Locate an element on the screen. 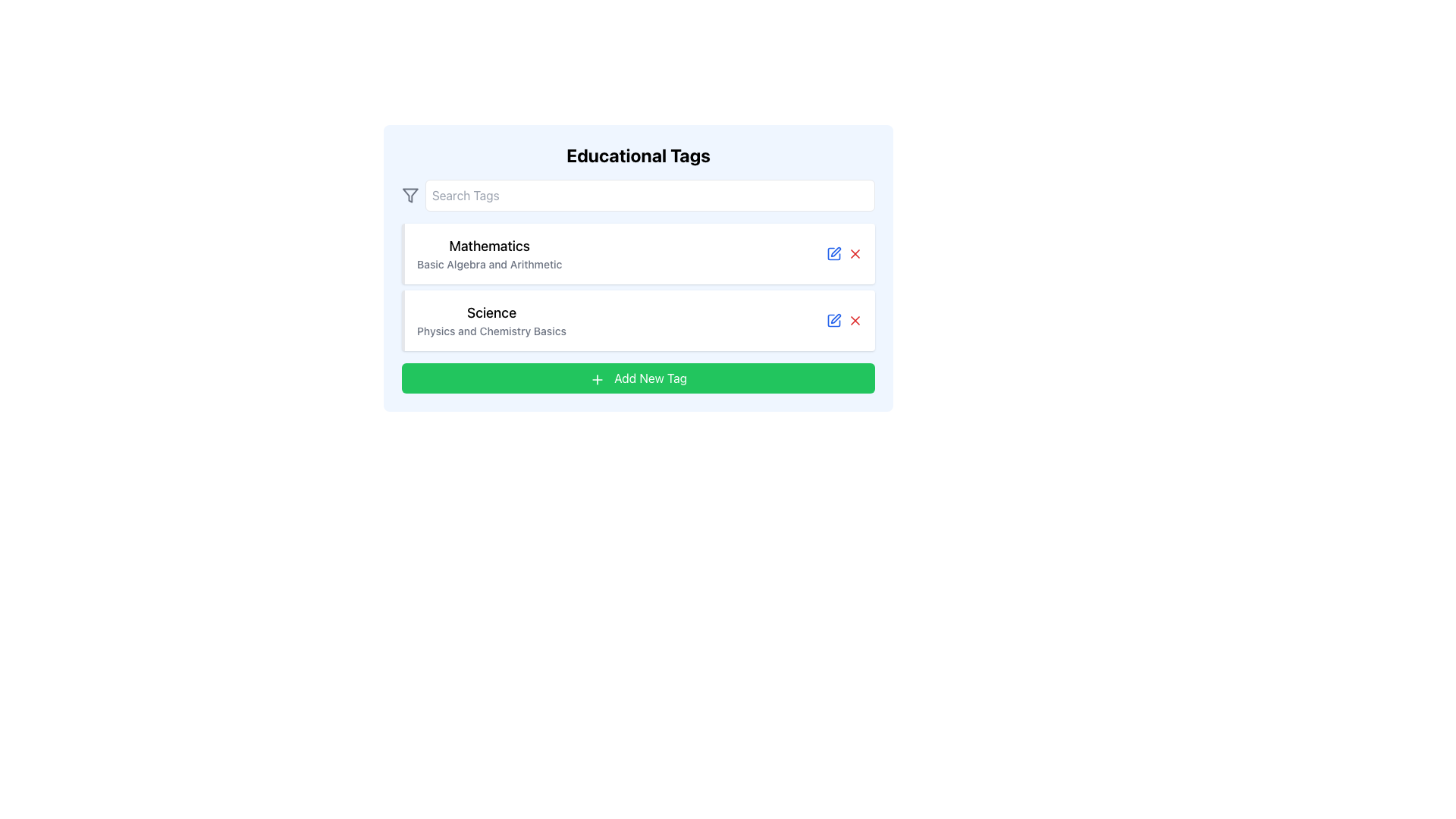 The width and height of the screenshot is (1456, 819). the delete button located to the right of the 'Edit' icon, which is the second icon in the action buttons row for the 'Mathematics' tag entry is located at coordinates (855, 253).